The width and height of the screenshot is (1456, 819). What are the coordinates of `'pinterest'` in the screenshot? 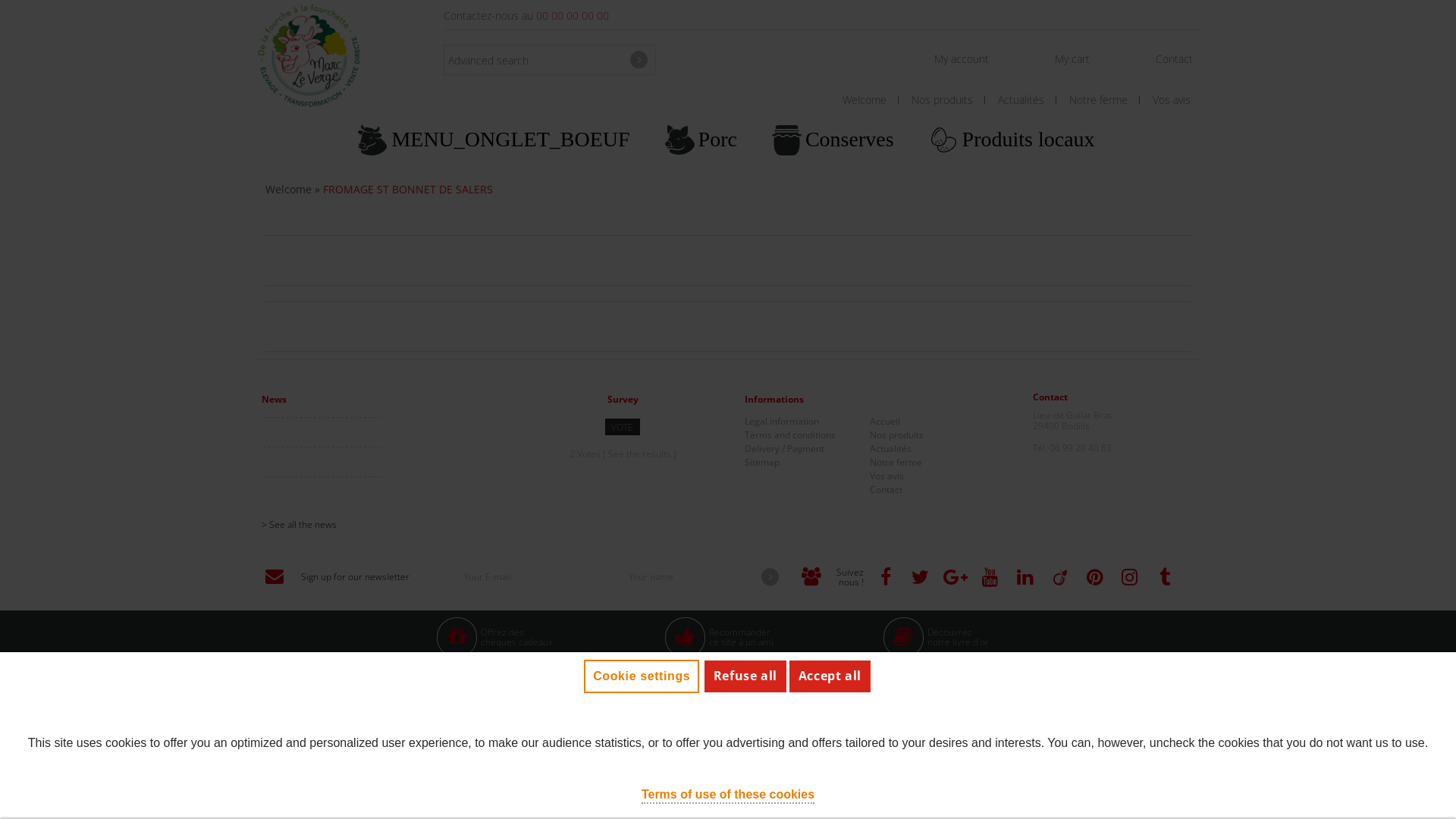 It's located at (1094, 577).